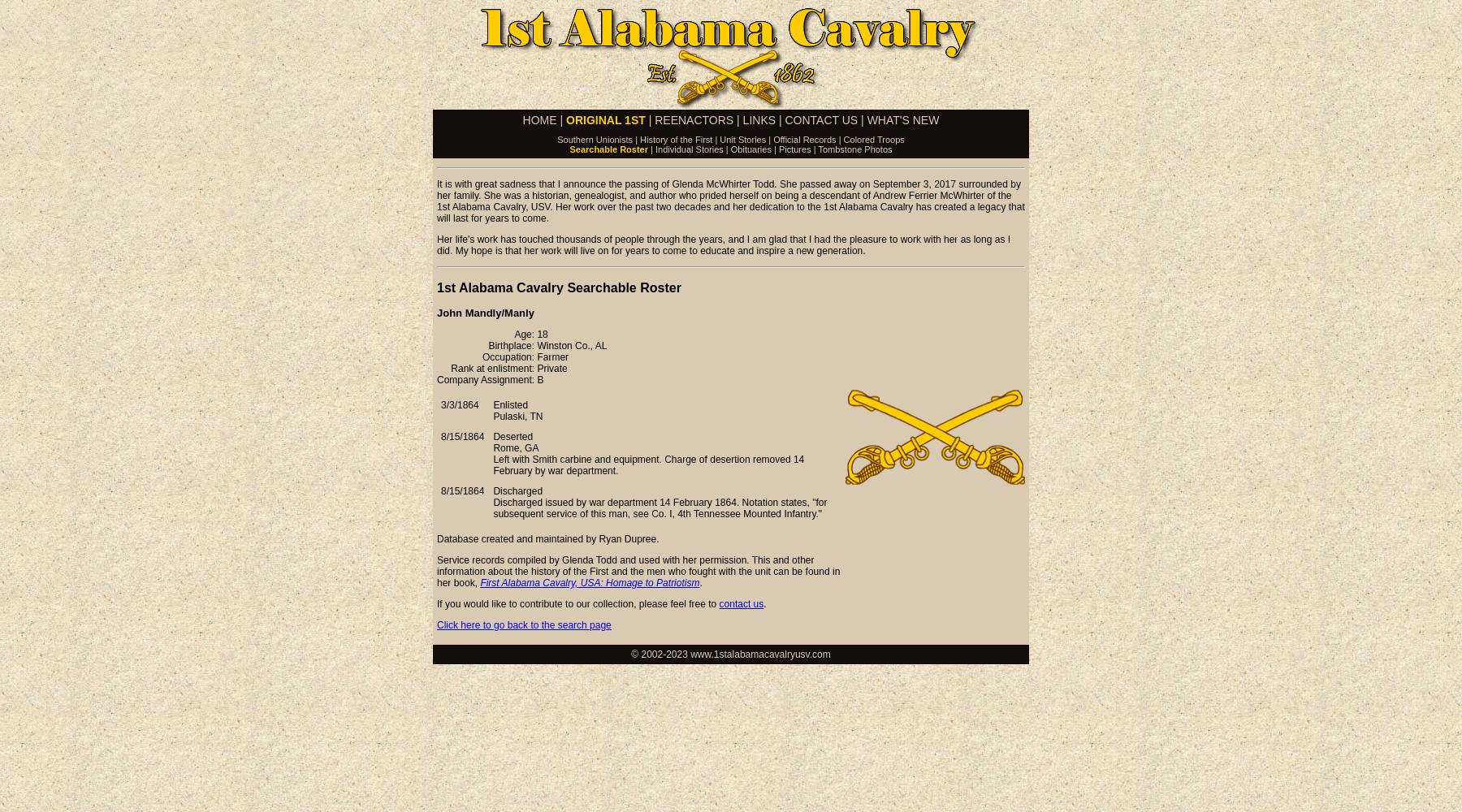 The width and height of the screenshot is (1462, 812). Describe the element at coordinates (594, 140) in the screenshot. I see `'Southern Unionists'` at that location.